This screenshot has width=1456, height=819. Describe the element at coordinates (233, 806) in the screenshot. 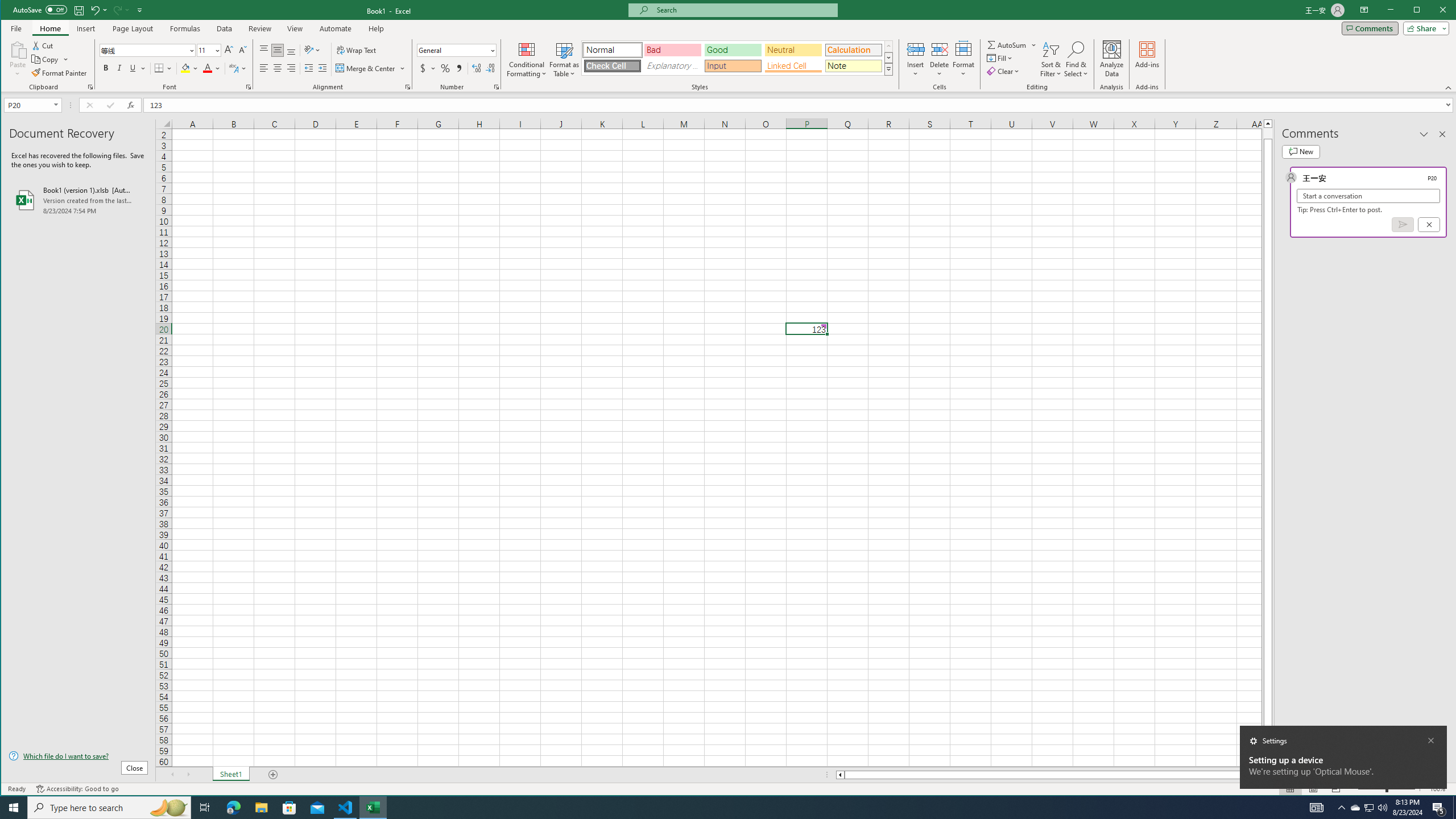

I see `'Microsoft Edge'` at that location.